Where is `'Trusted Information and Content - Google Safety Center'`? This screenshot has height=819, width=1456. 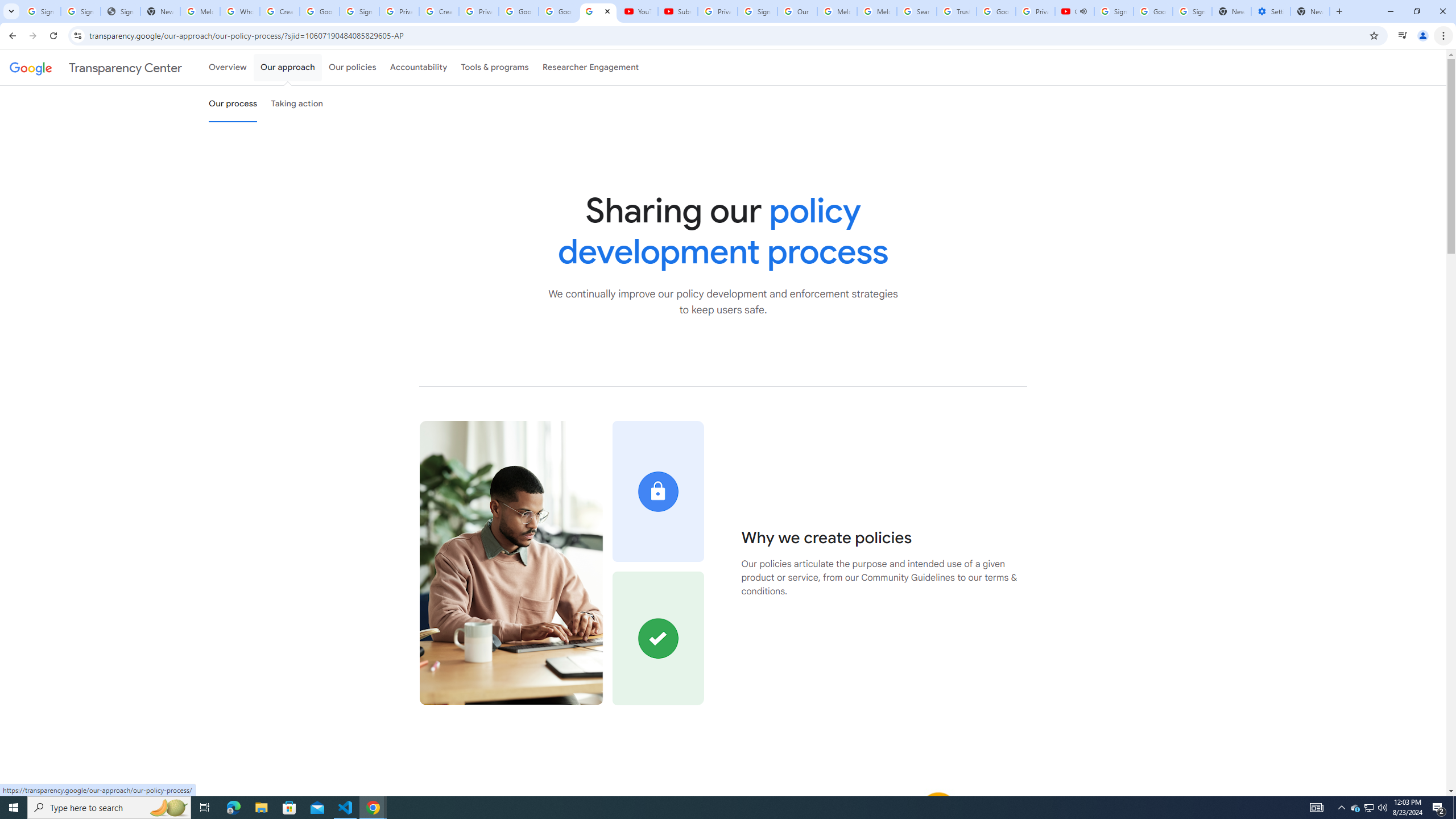 'Trusted Information and Content - Google Safety Center' is located at coordinates (955, 11).